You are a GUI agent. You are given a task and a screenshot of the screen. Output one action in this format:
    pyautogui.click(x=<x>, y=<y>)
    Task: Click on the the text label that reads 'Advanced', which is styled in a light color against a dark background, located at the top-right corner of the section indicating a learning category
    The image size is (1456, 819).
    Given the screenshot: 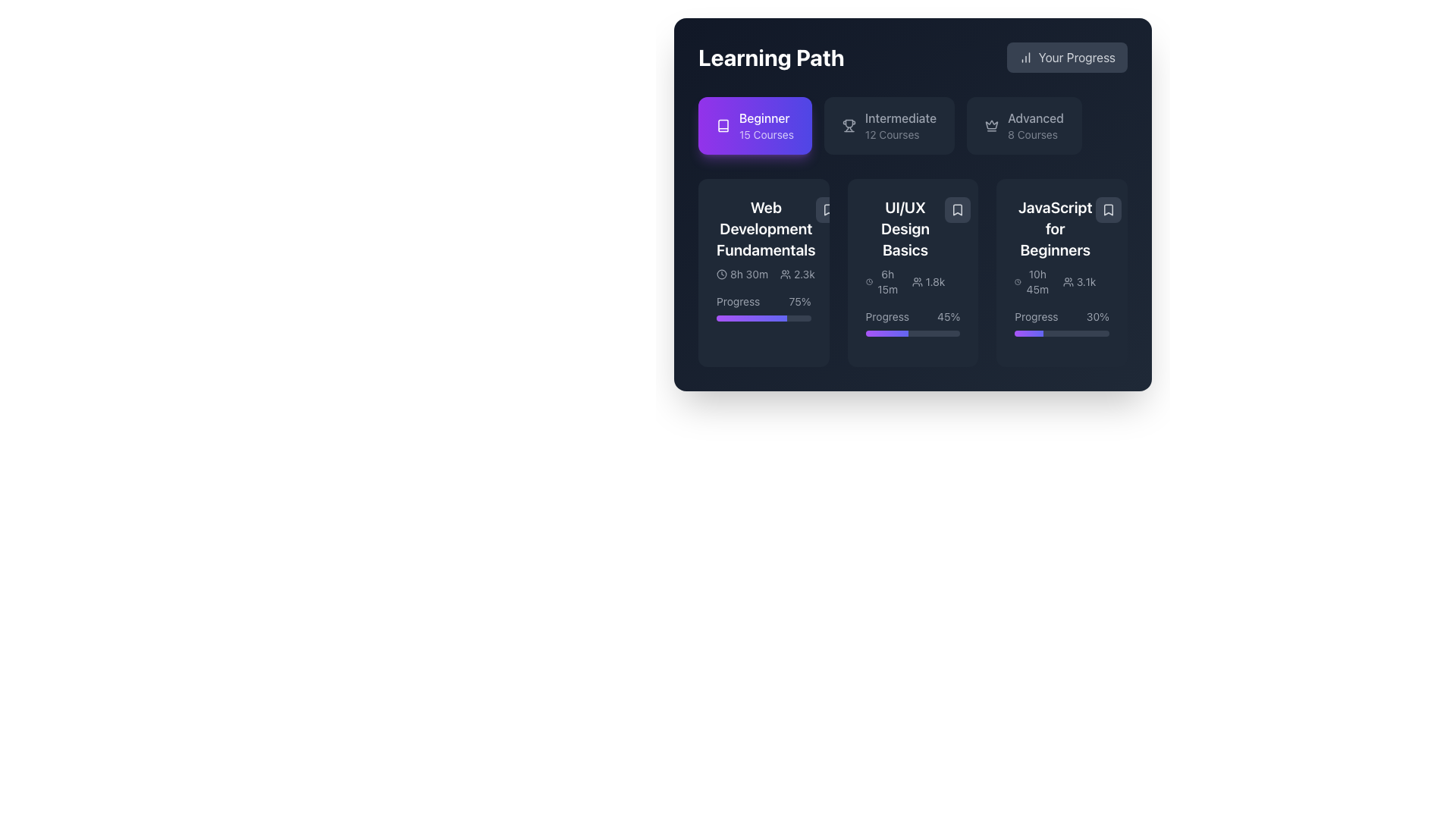 What is the action you would take?
    pyautogui.click(x=1035, y=117)
    